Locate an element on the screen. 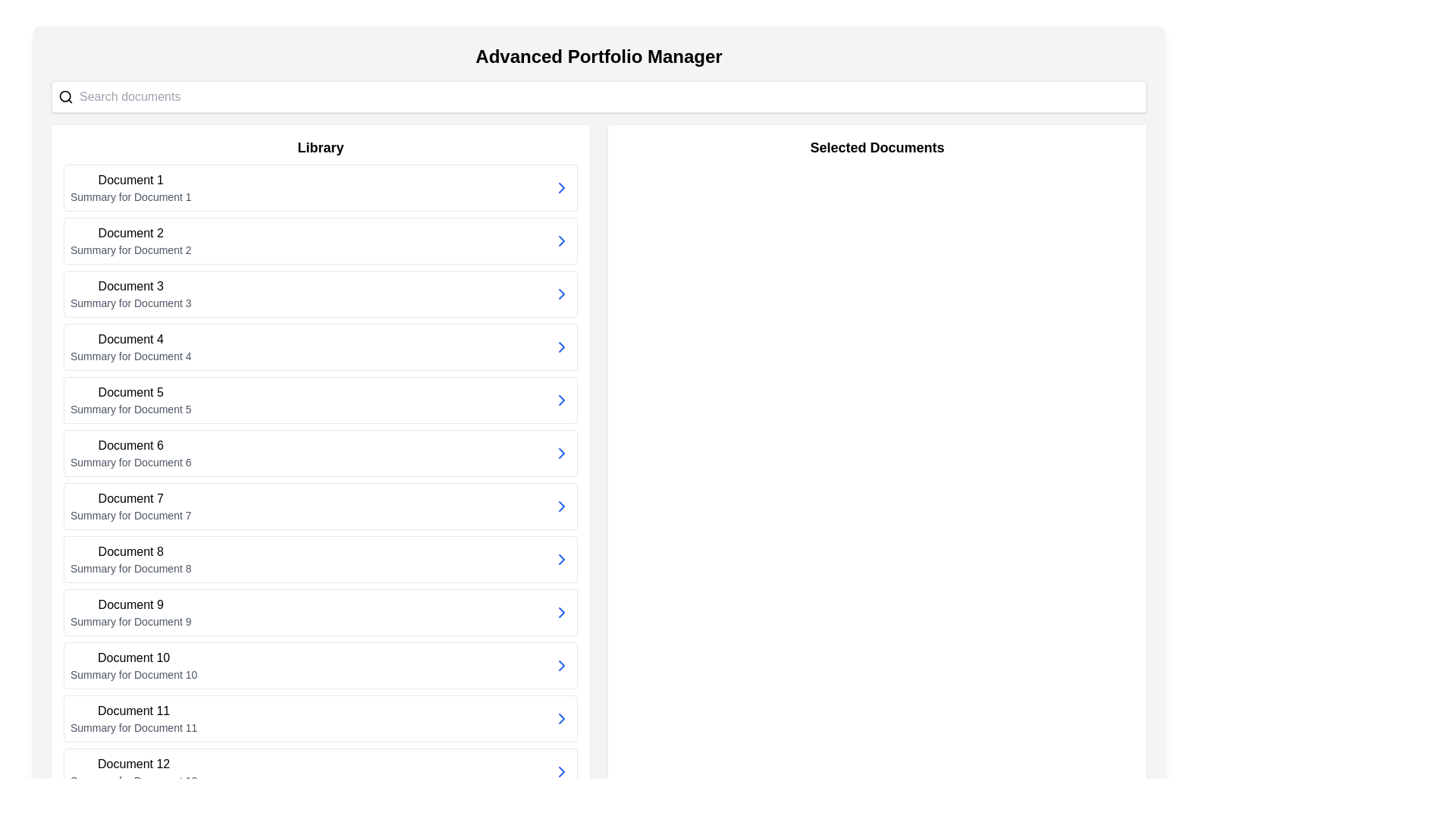 This screenshot has width=1456, height=819. the chevron icon button for 'Document 12' is located at coordinates (560, 772).